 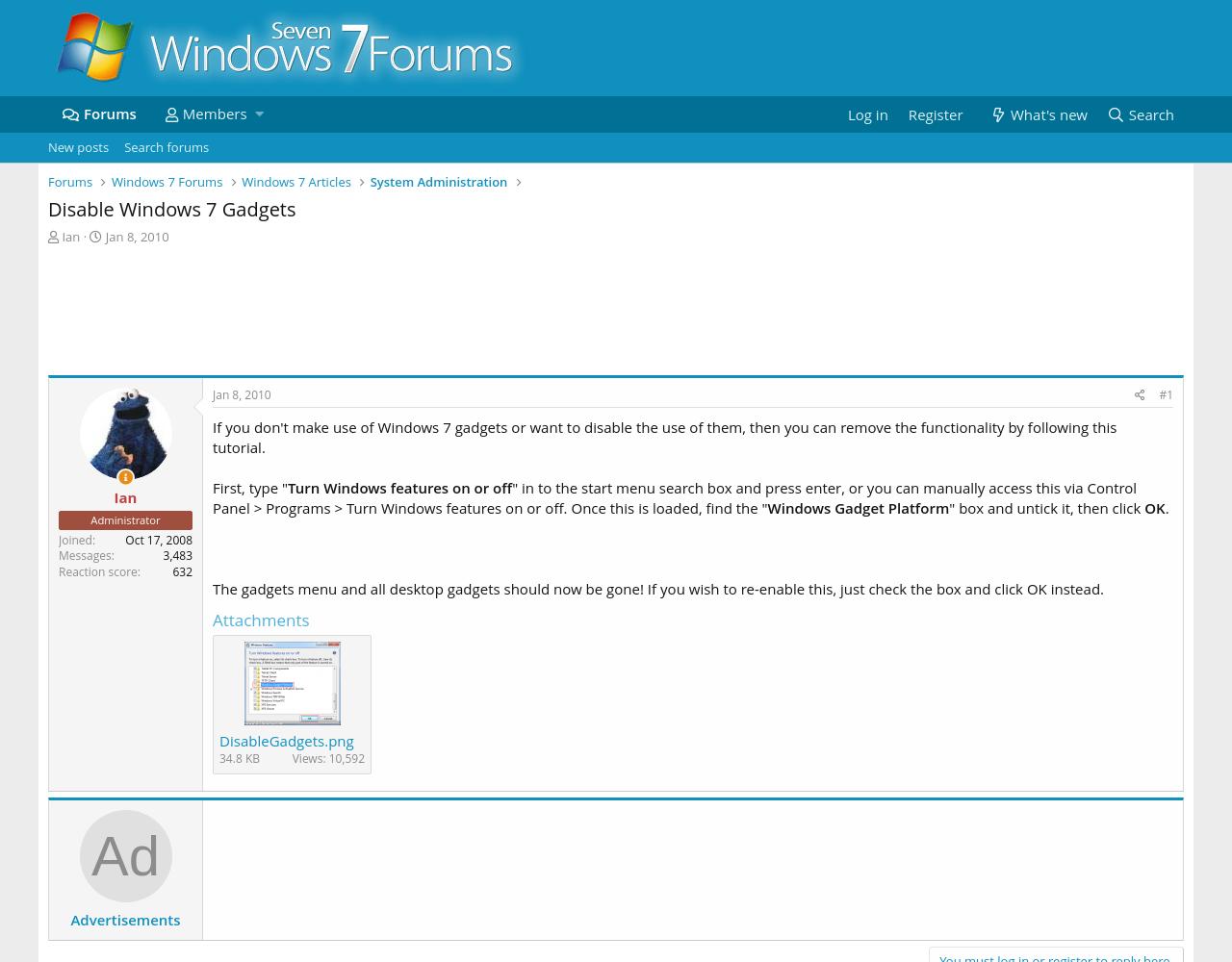 What do you see at coordinates (1165, 394) in the screenshot?
I see `'#1'` at bounding box center [1165, 394].